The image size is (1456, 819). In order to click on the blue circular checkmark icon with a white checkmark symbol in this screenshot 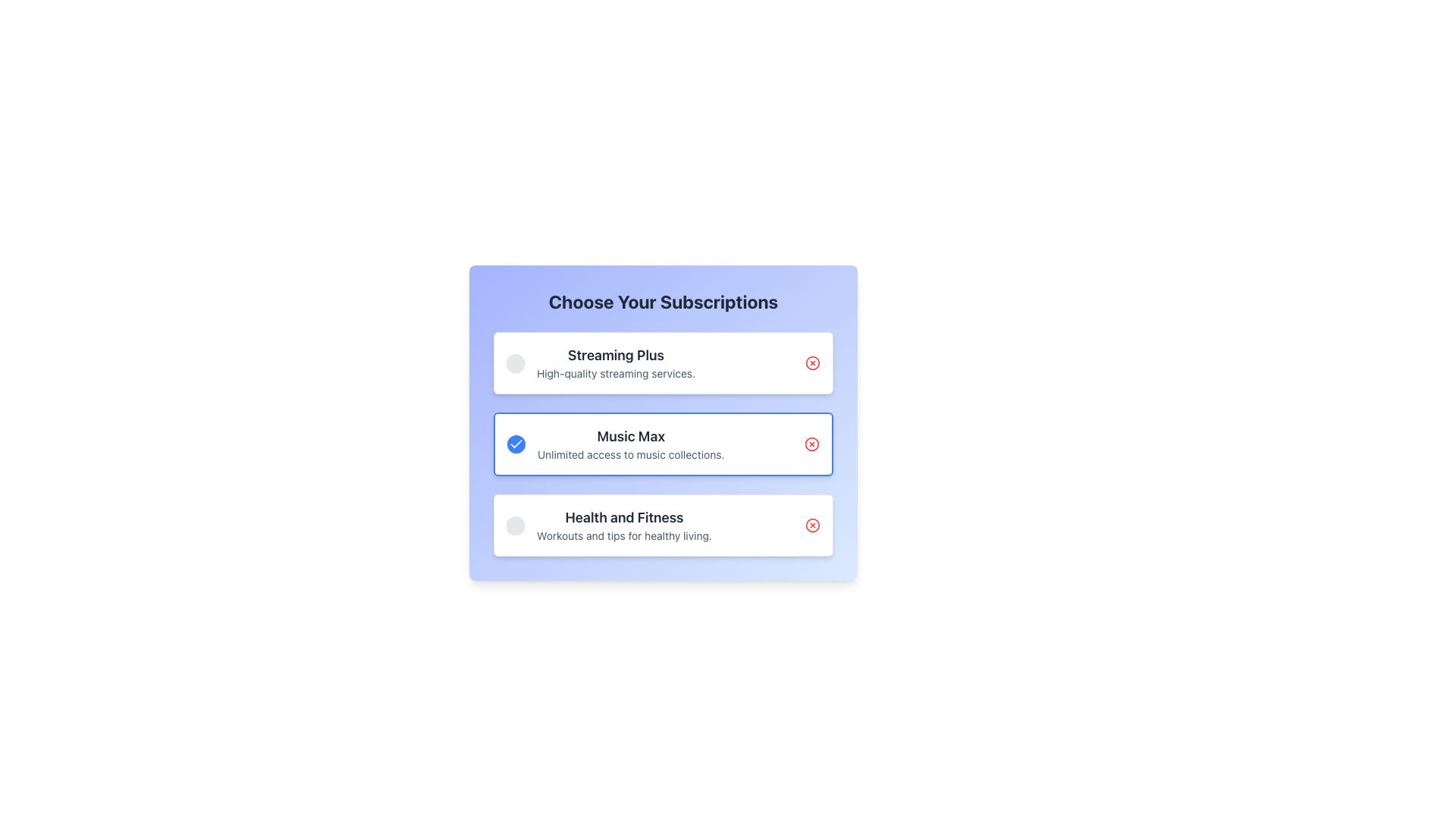, I will do `click(516, 444)`.